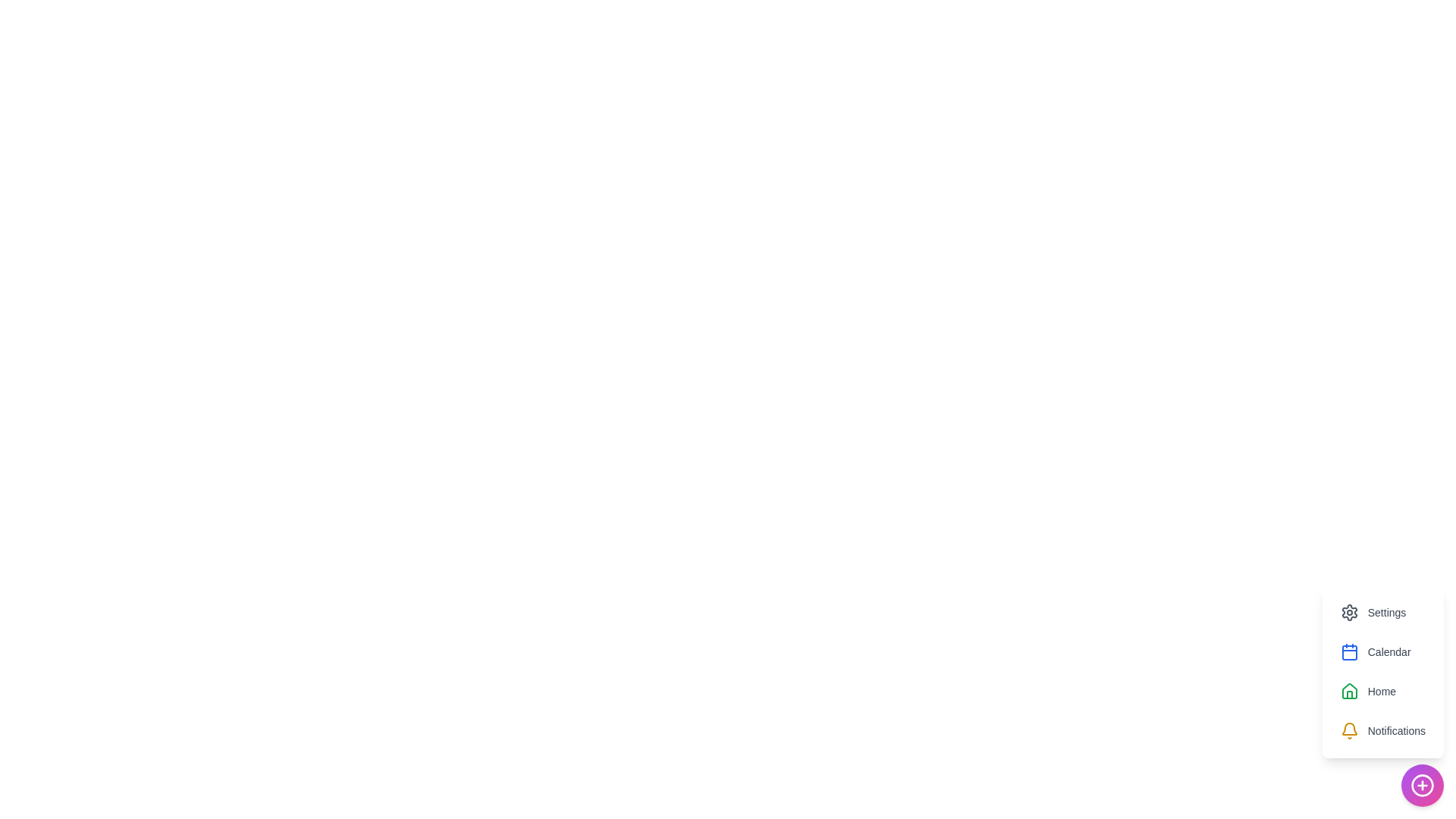  I want to click on the Notifications option from the menu, so click(1383, 730).